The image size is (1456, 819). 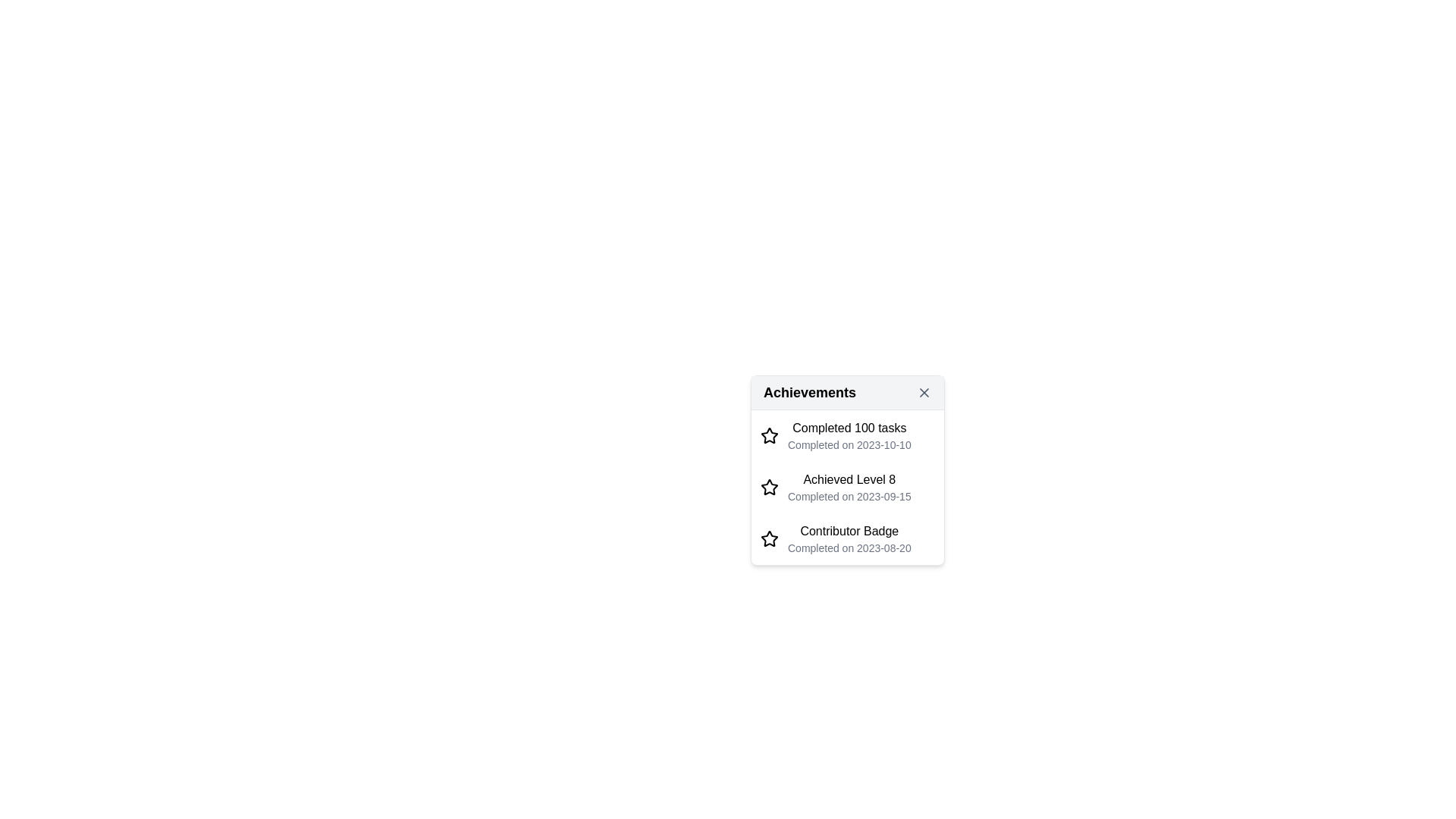 I want to click on the text label indicating the completion date of an achievement, located below 'Completed 100 tasks' in the achievements list, so click(x=849, y=444).